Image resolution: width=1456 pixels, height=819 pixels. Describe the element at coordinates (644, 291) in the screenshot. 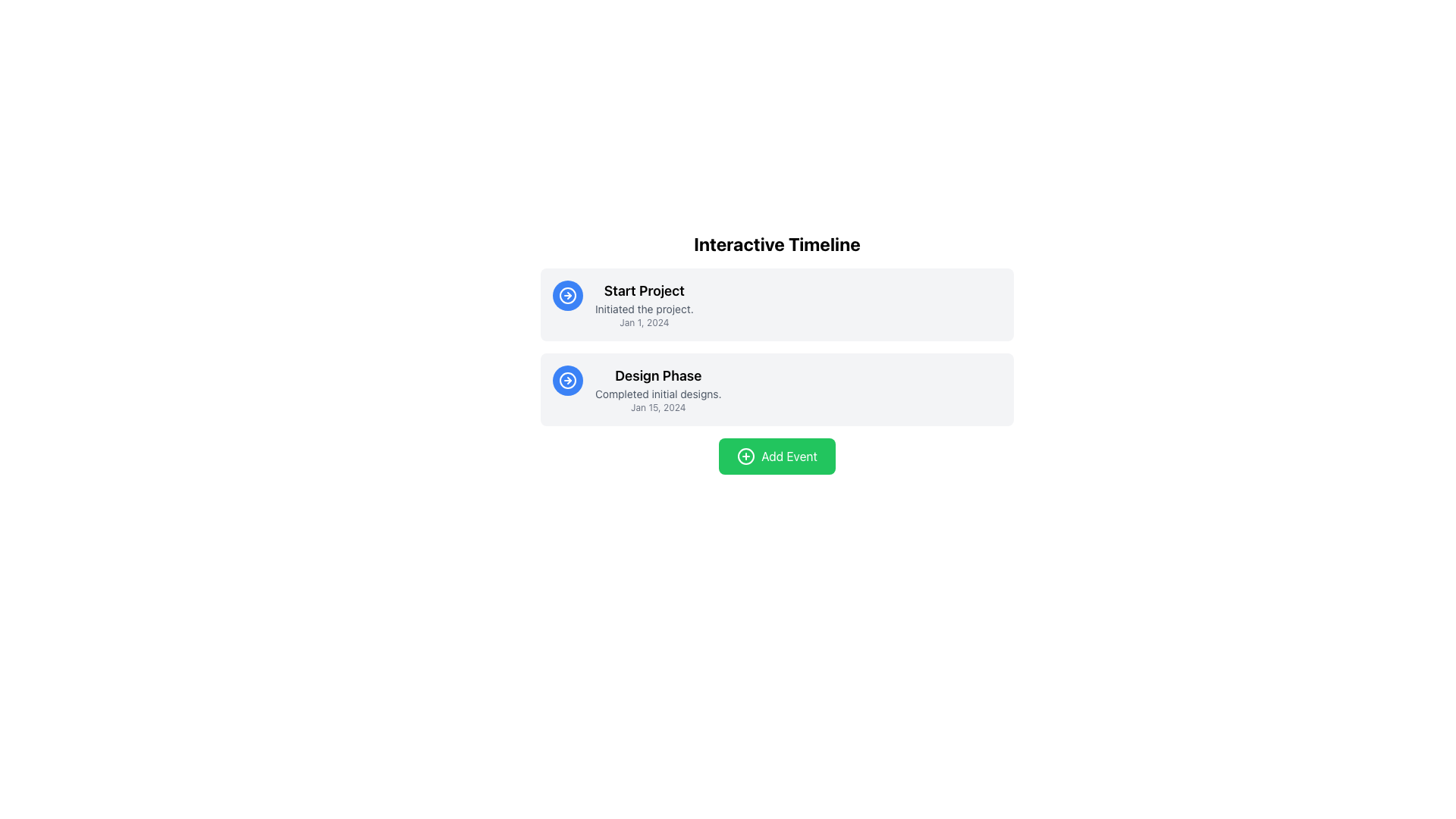

I see `the Text Label that serves as the title of the timeline item, summarizing the key event or task, located in the first card of the timeline list` at that location.